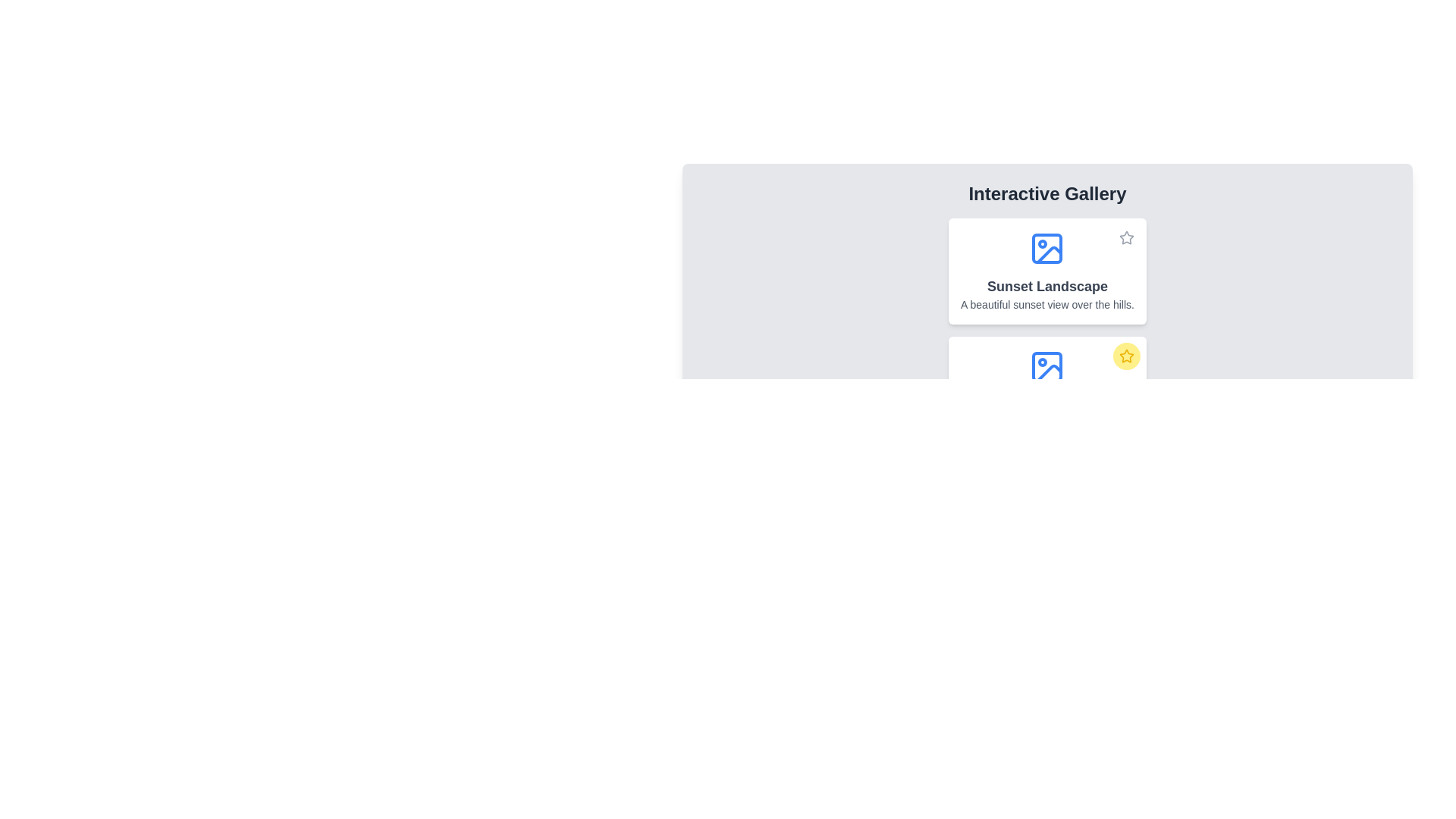 Image resolution: width=1456 pixels, height=819 pixels. Describe the element at coordinates (1126, 237) in the screenshot. I see `the star icon located in the lower-right corner of the interface below the 'Sunset Landscape' card` at that location.